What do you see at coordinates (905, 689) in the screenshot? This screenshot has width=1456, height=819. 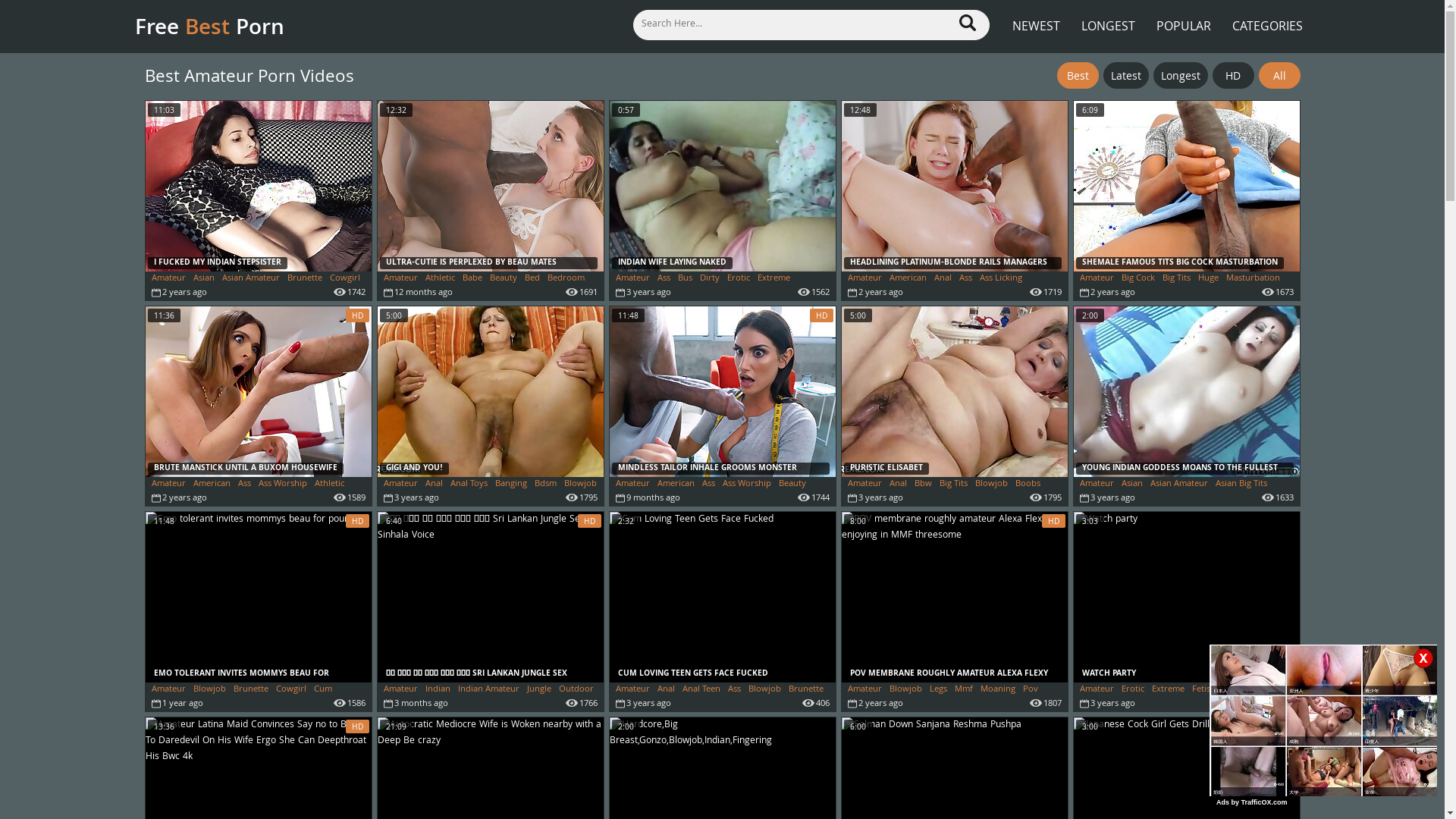 I see `'Blowjob'` at bounding box center [905, 689].